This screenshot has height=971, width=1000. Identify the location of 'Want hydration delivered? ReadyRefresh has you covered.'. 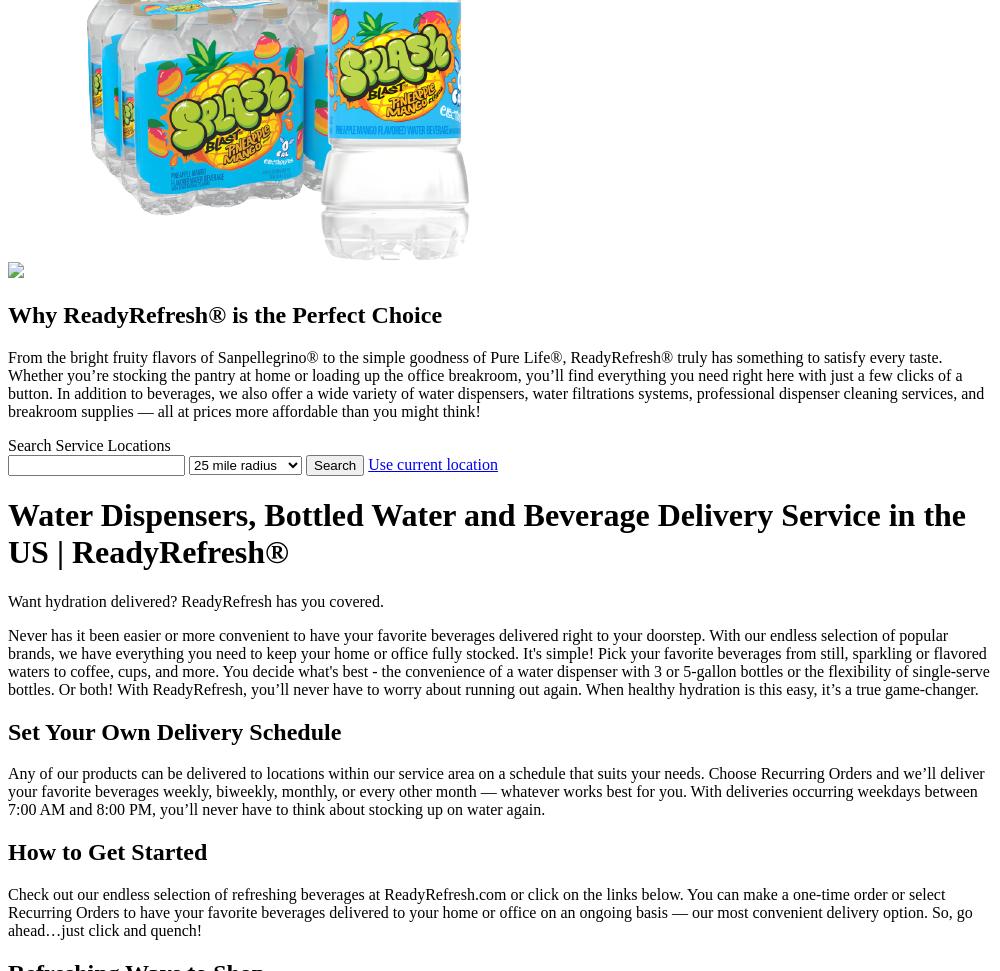
(194, 599).